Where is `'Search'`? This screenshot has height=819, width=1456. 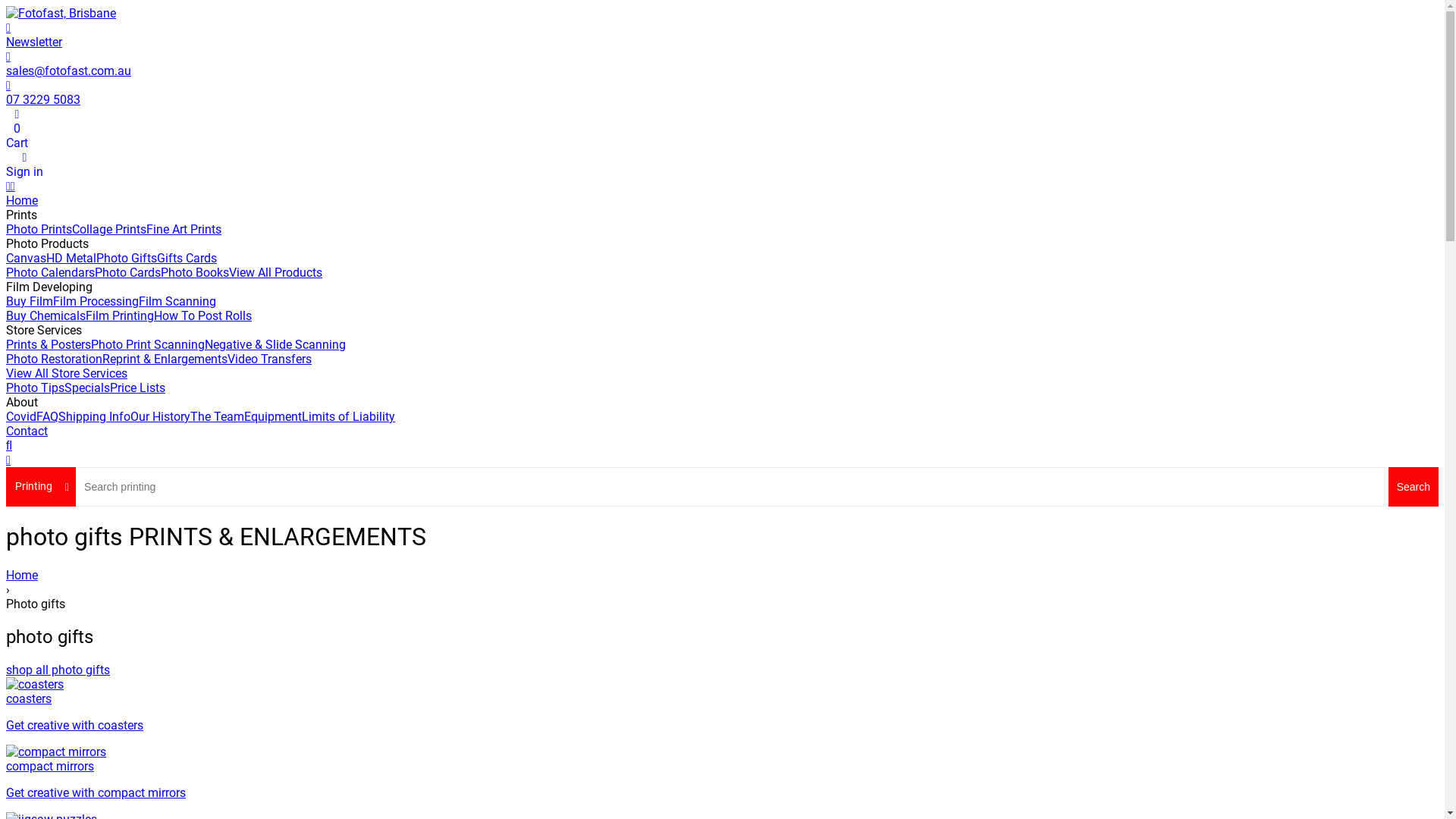
'Search' is located at coordinates (1412, 486).